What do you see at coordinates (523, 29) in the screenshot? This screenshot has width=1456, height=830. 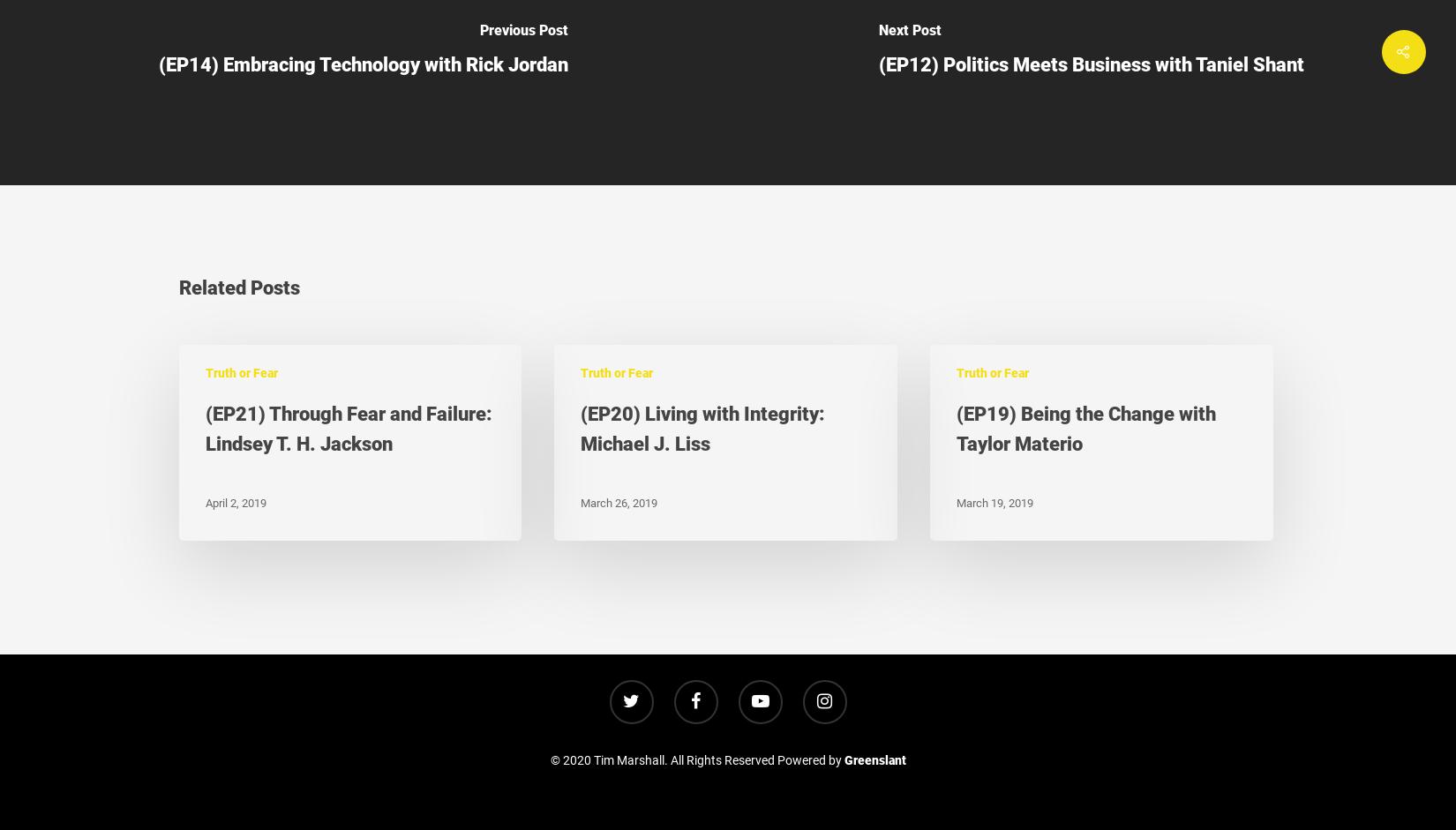 I see `'Previous Post'` at bounding box center [523, 29].